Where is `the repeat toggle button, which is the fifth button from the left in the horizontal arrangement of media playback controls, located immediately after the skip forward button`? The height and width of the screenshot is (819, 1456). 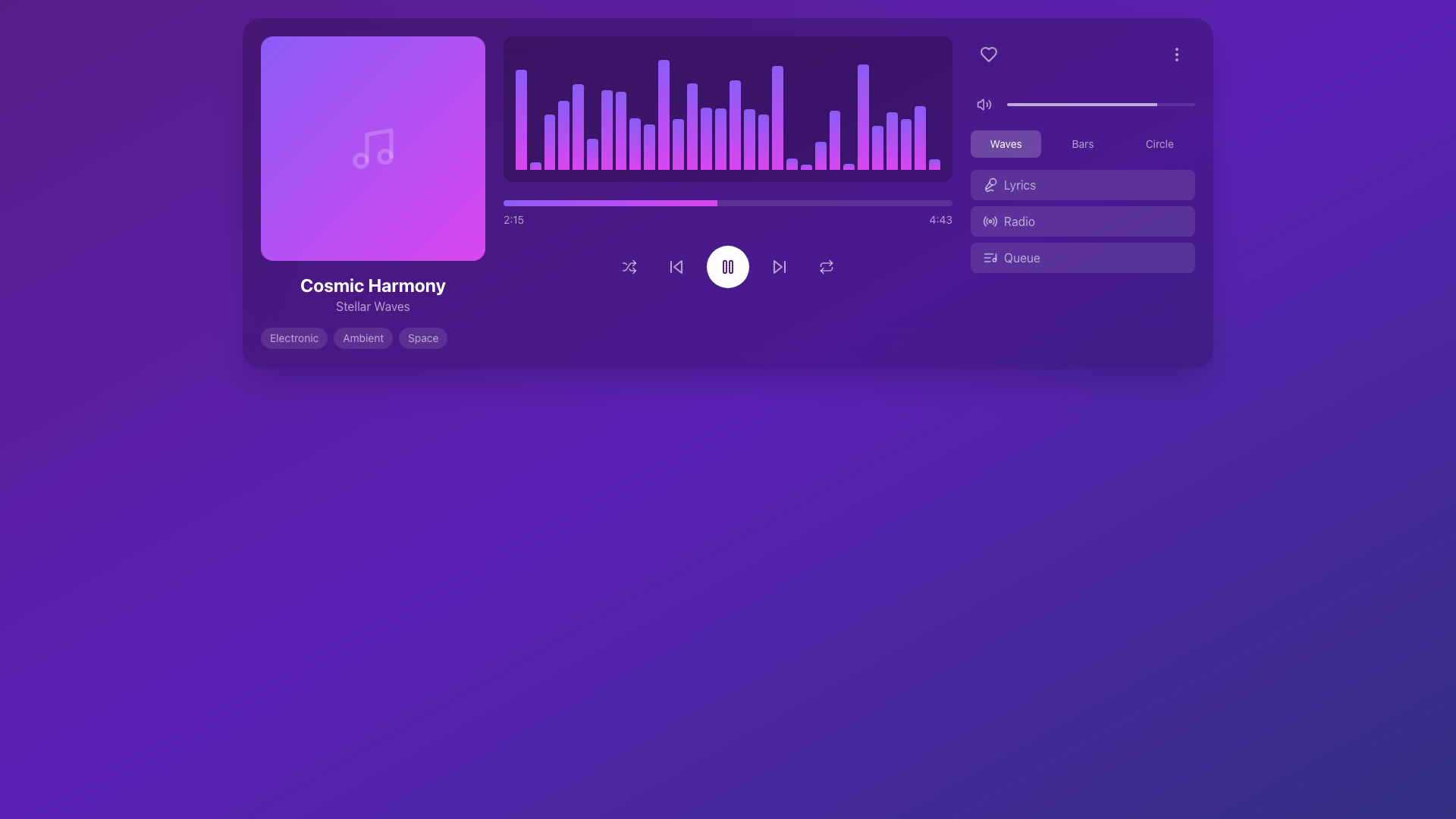
the repeat toggle button, which is the fifth button from the left in the horizontal arrangement of media playback controls, located immediately after the skip forward button is located at coordinates (825, 265).